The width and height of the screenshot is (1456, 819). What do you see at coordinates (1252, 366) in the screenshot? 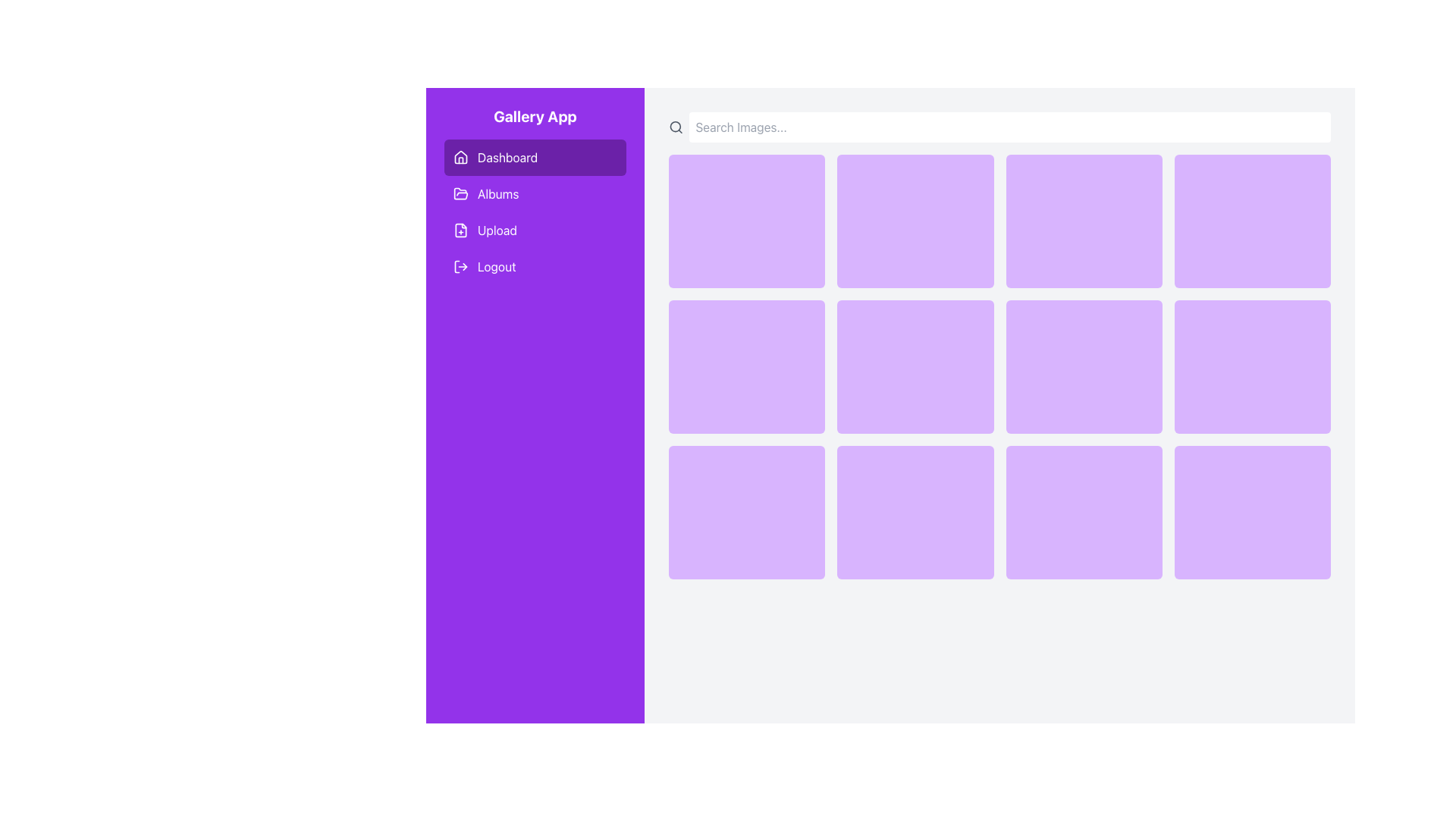
I see `the Grid Item card located in the fourth column of the second row with a light purple background that changes color on hover` at bounding box center [1252, 366].